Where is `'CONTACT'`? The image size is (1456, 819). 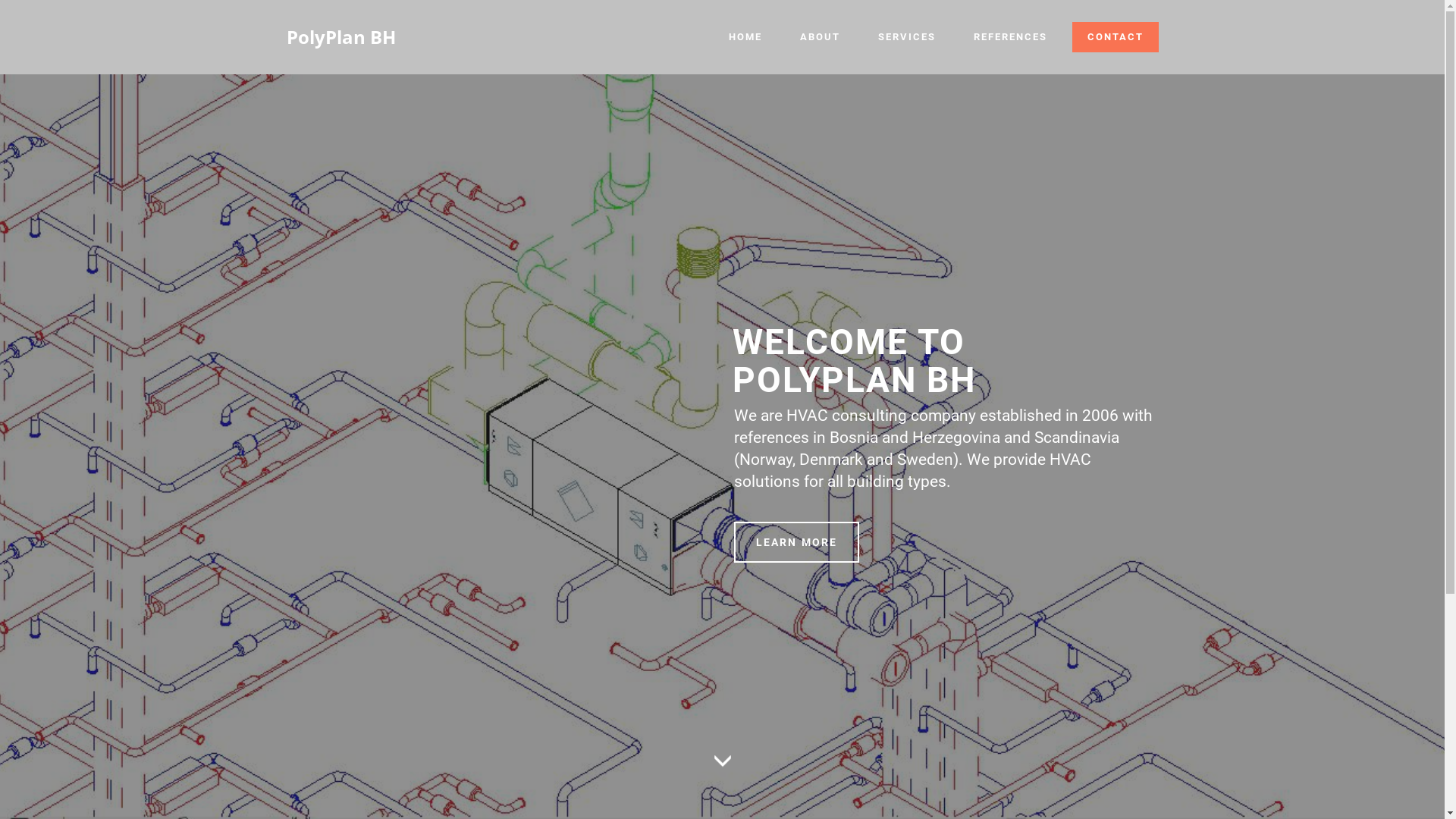
'CONTACT' is located at coordinates (1115, 36).